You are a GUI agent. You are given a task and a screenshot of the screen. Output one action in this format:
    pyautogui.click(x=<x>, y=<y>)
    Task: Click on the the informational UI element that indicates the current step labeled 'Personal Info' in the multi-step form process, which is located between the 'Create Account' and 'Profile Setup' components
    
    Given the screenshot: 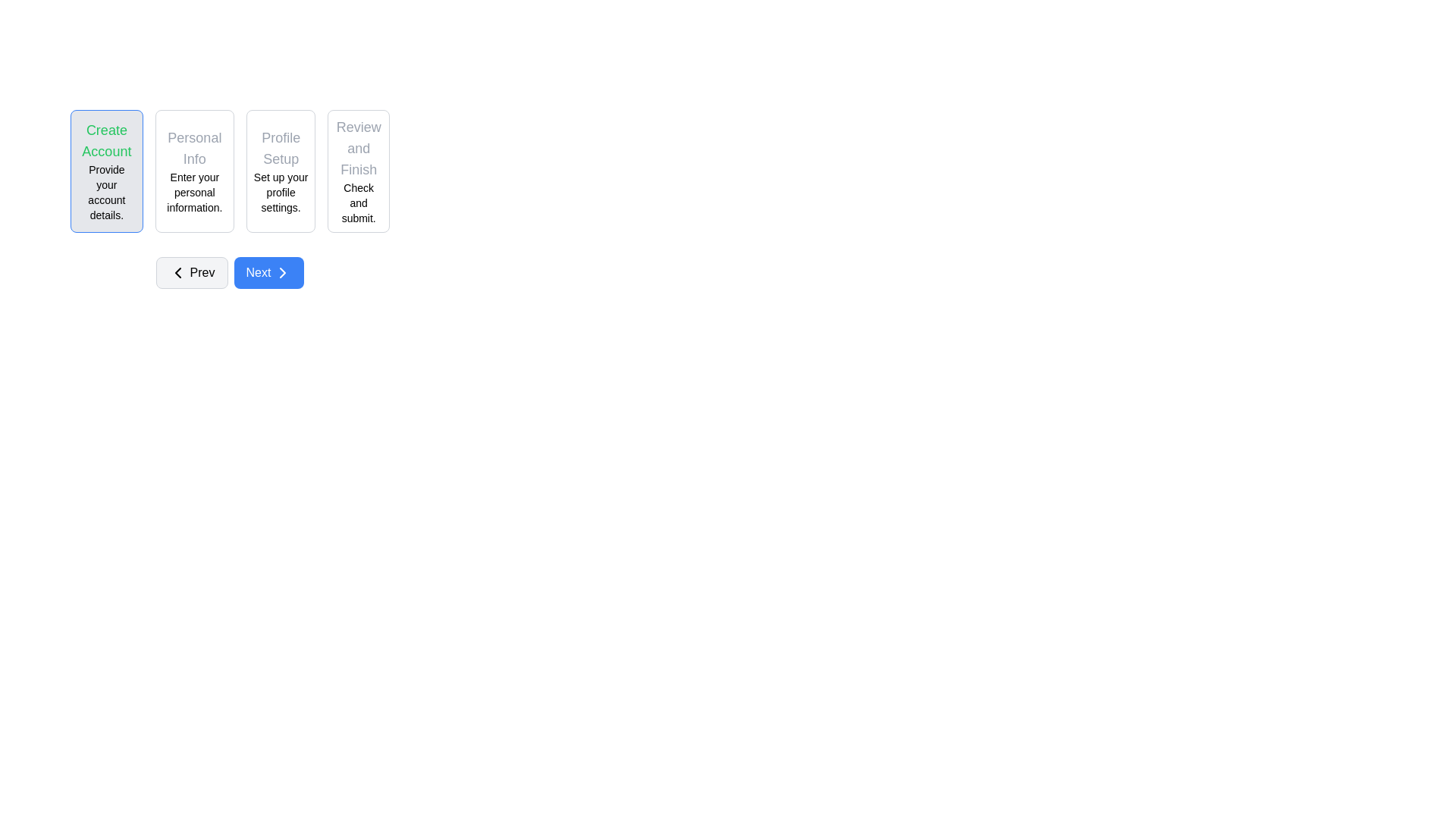 What is the action you would take?
    pyautogui.click(x=193, y=171)
    